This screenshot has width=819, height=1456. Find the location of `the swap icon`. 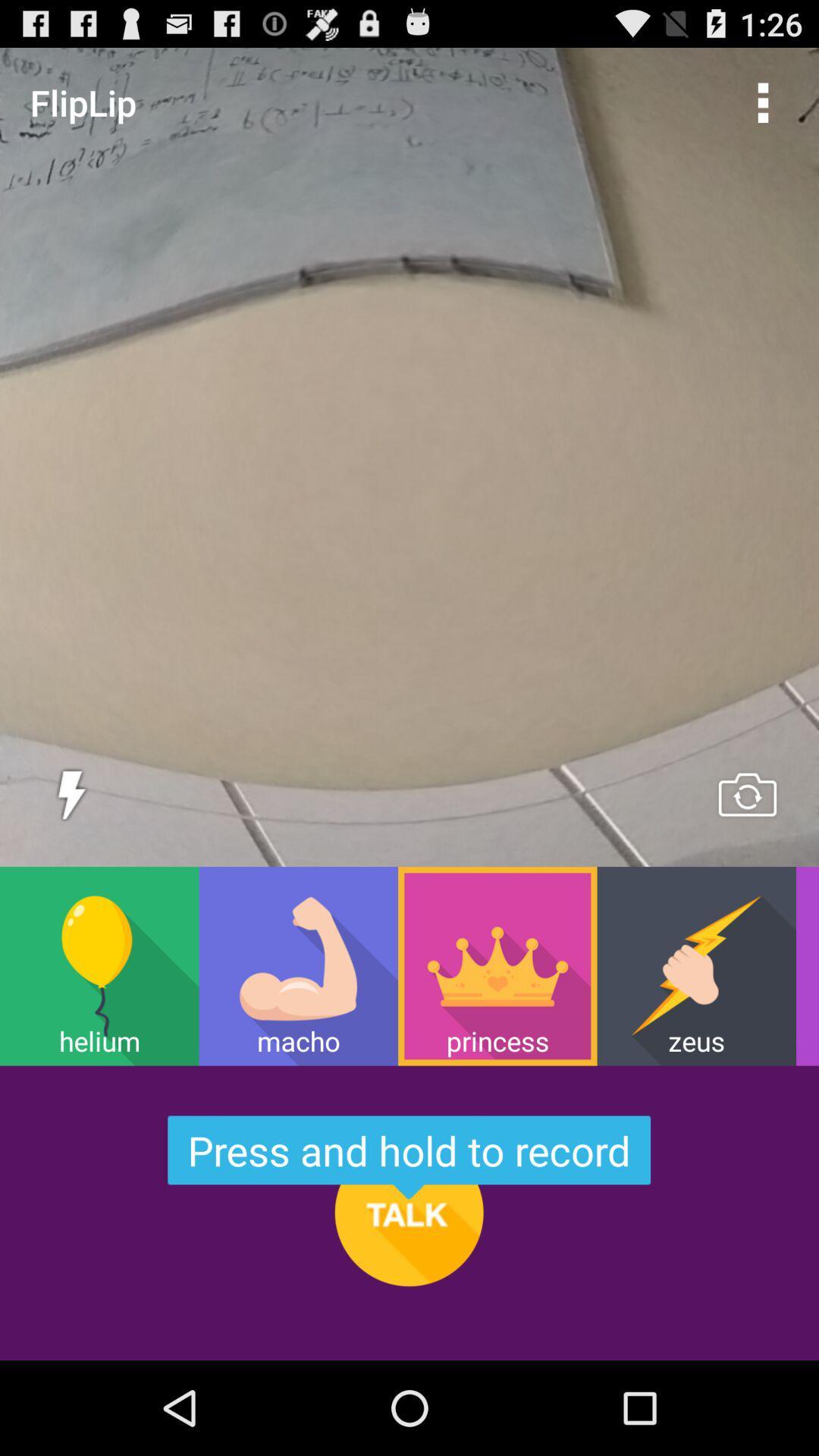

the swap icon is located at coordinates (746, 851).